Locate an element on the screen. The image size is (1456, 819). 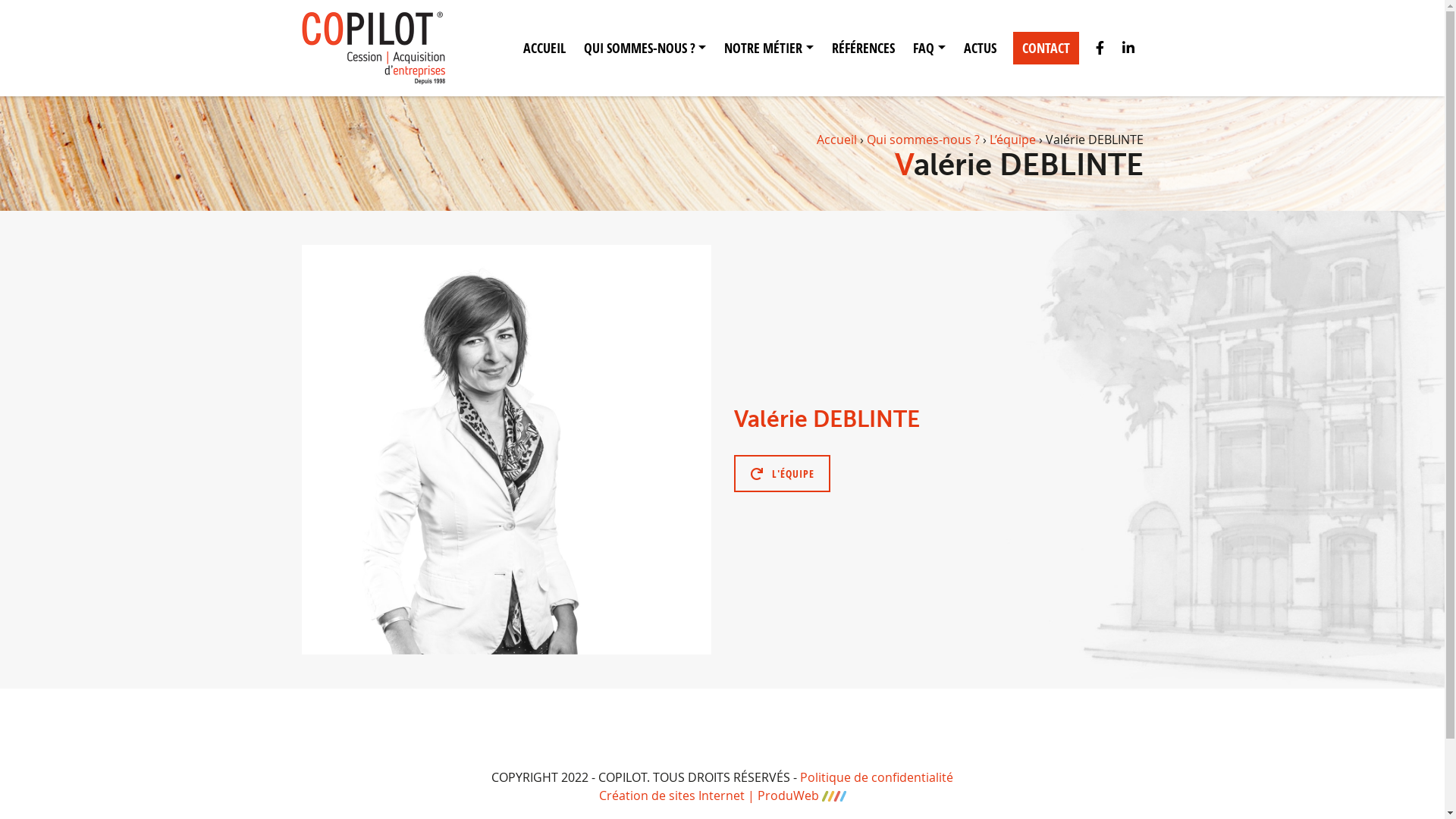
'CONTACT' is located at coordinates (1045, 47).